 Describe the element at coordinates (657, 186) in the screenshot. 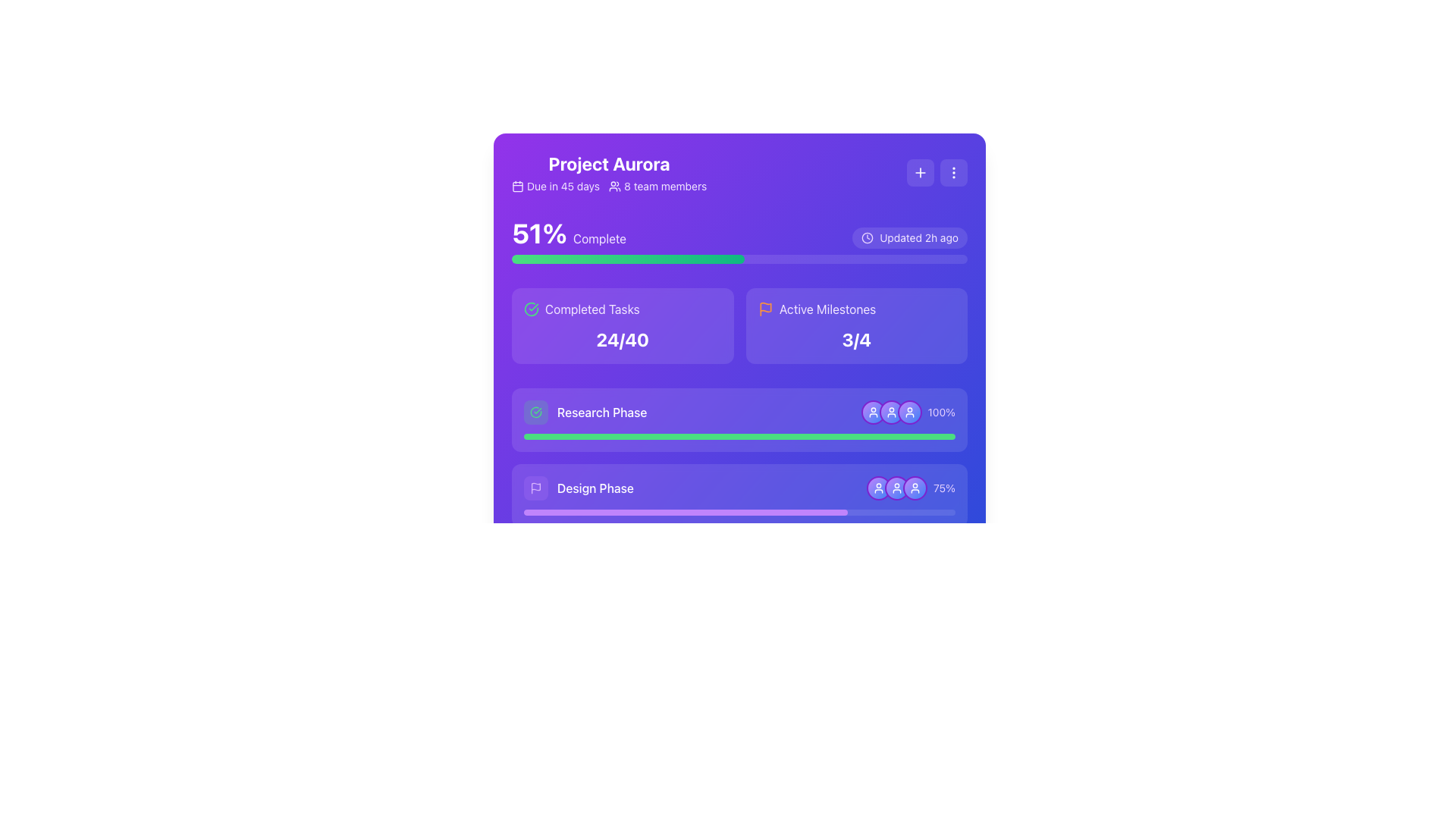

I see `the text label displaying the number of team members associated with the project, located in the top row of the user interface under the main project title` at that location.